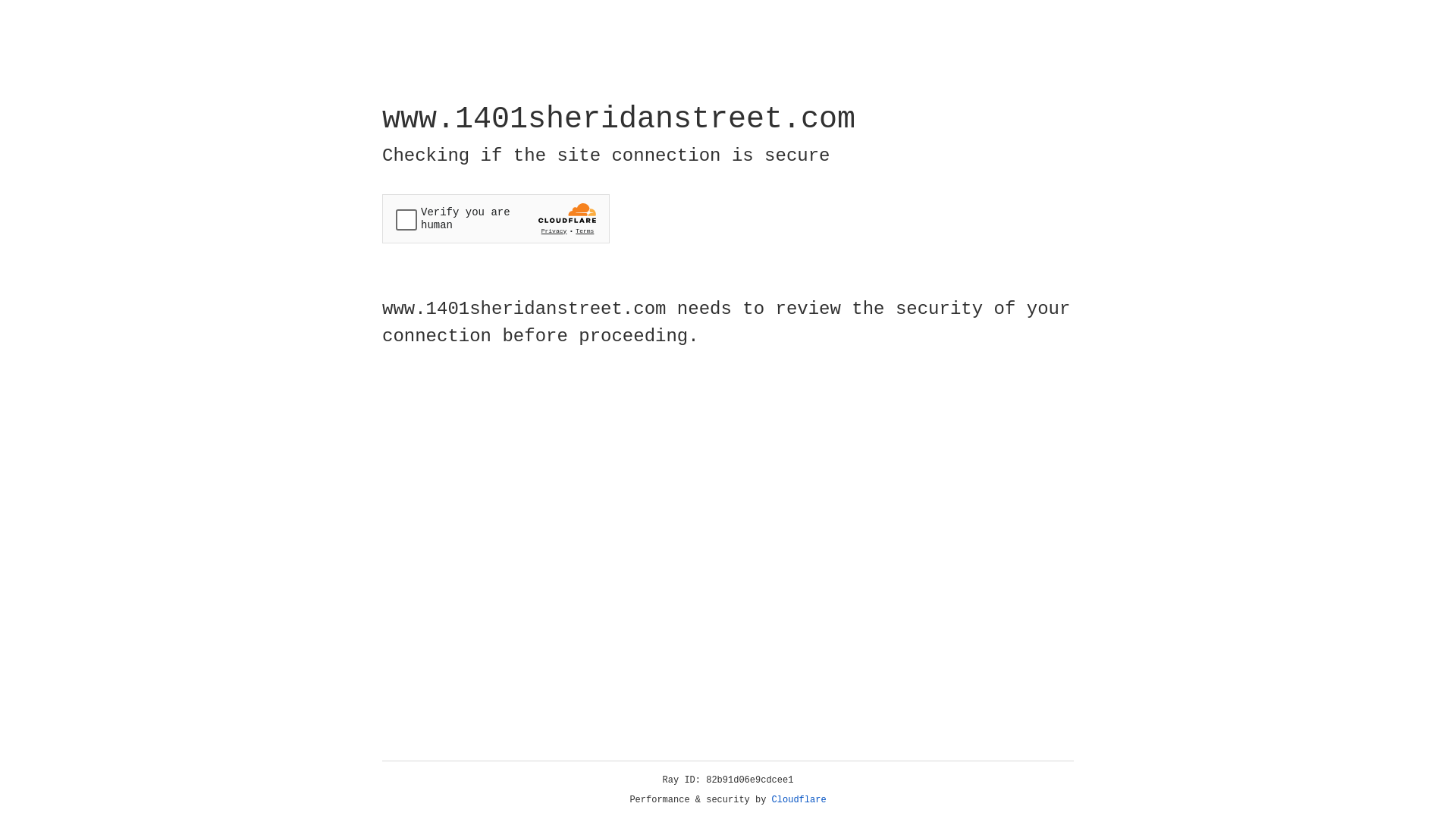 The width and height of the screenshot is (1456, 819). I want to click on 'Cloudflare', so click(799, 799).